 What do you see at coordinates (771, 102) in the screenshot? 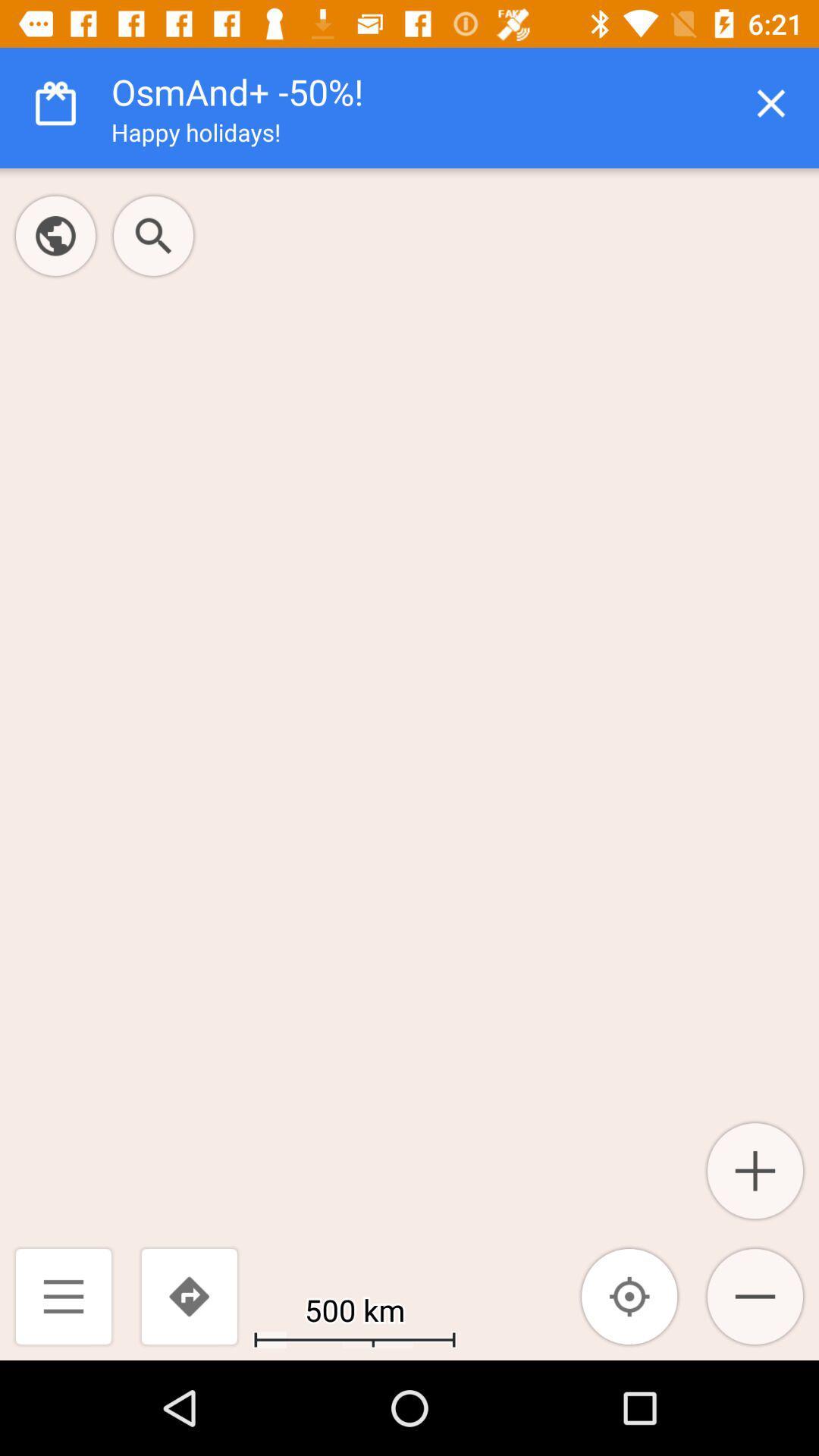
I see `item at the top right corner` at bounding box center [771, 102].